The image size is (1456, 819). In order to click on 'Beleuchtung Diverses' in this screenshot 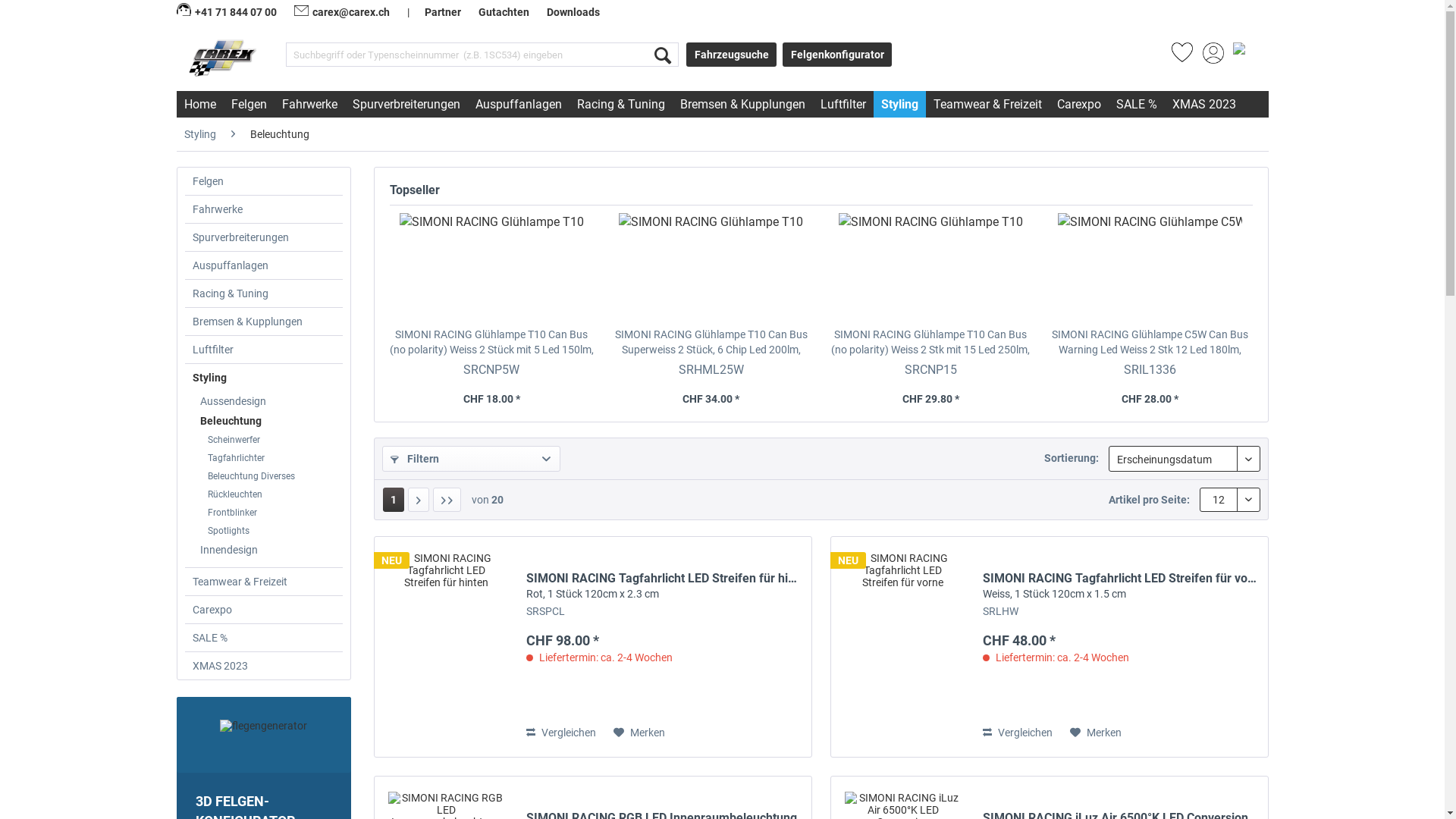, I will do `click(271, 475)`.